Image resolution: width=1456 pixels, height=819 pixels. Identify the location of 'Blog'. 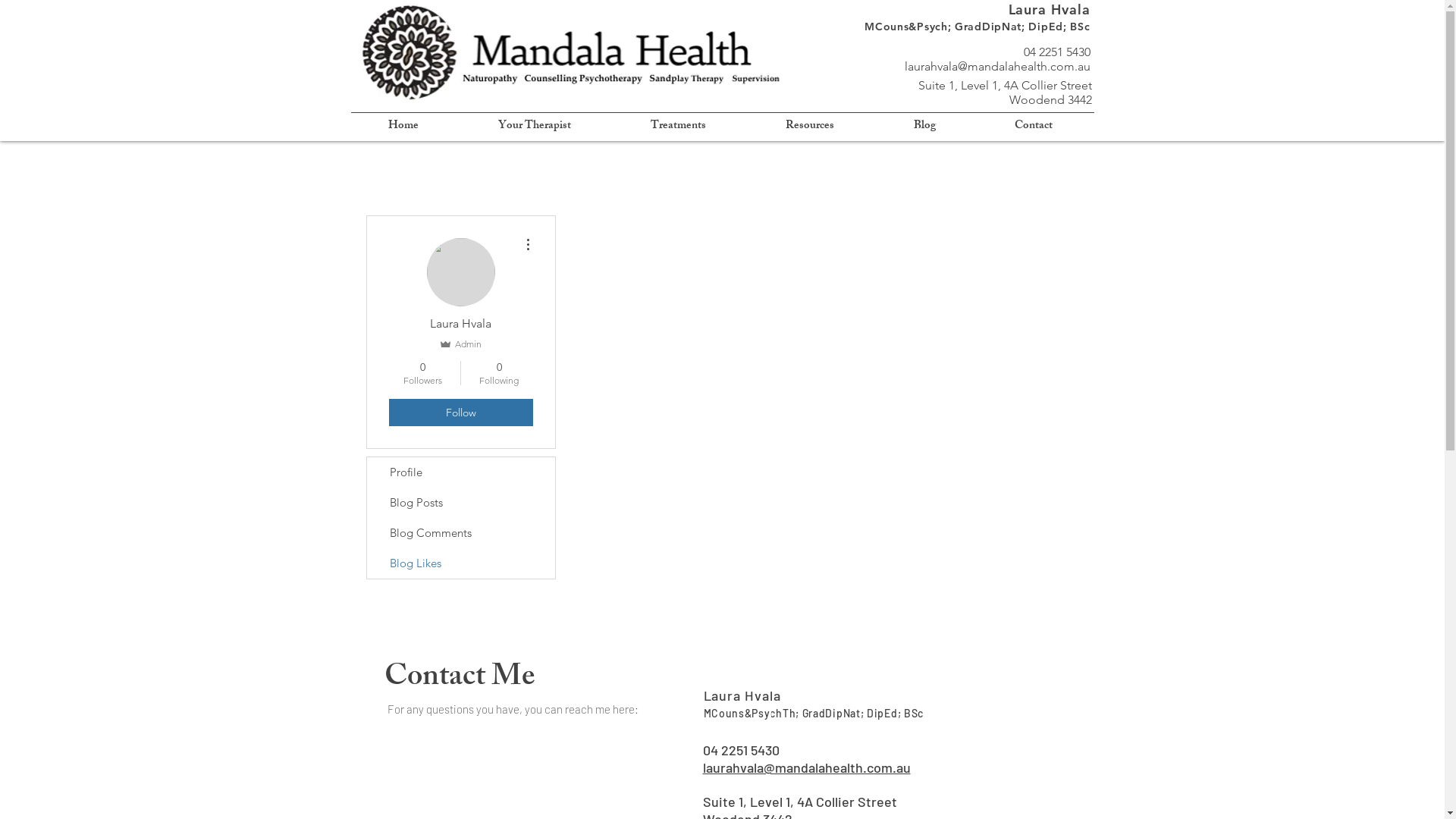
(874, 125).